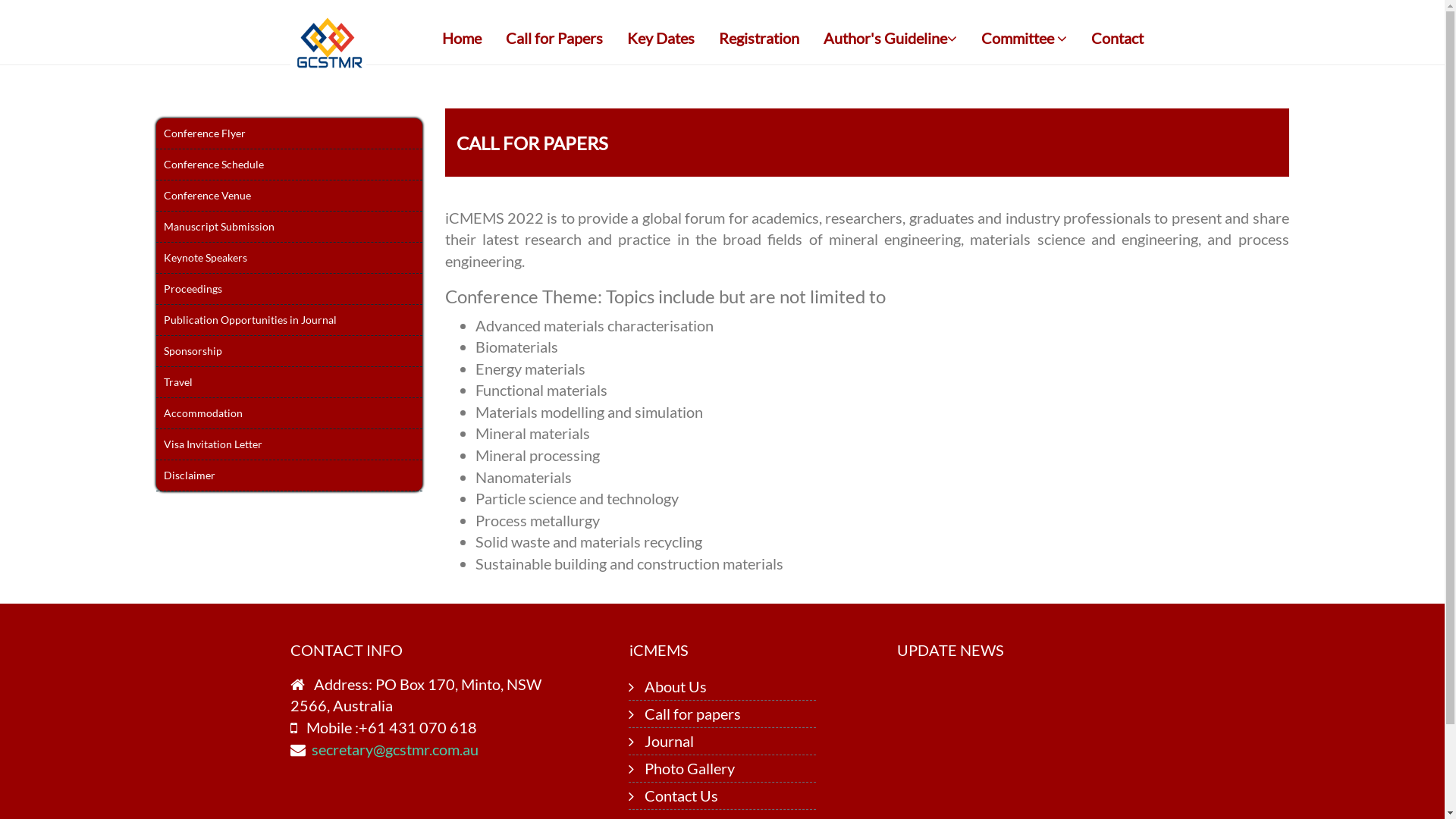  I want to click on 'Disclaimer', so click(289, 475).